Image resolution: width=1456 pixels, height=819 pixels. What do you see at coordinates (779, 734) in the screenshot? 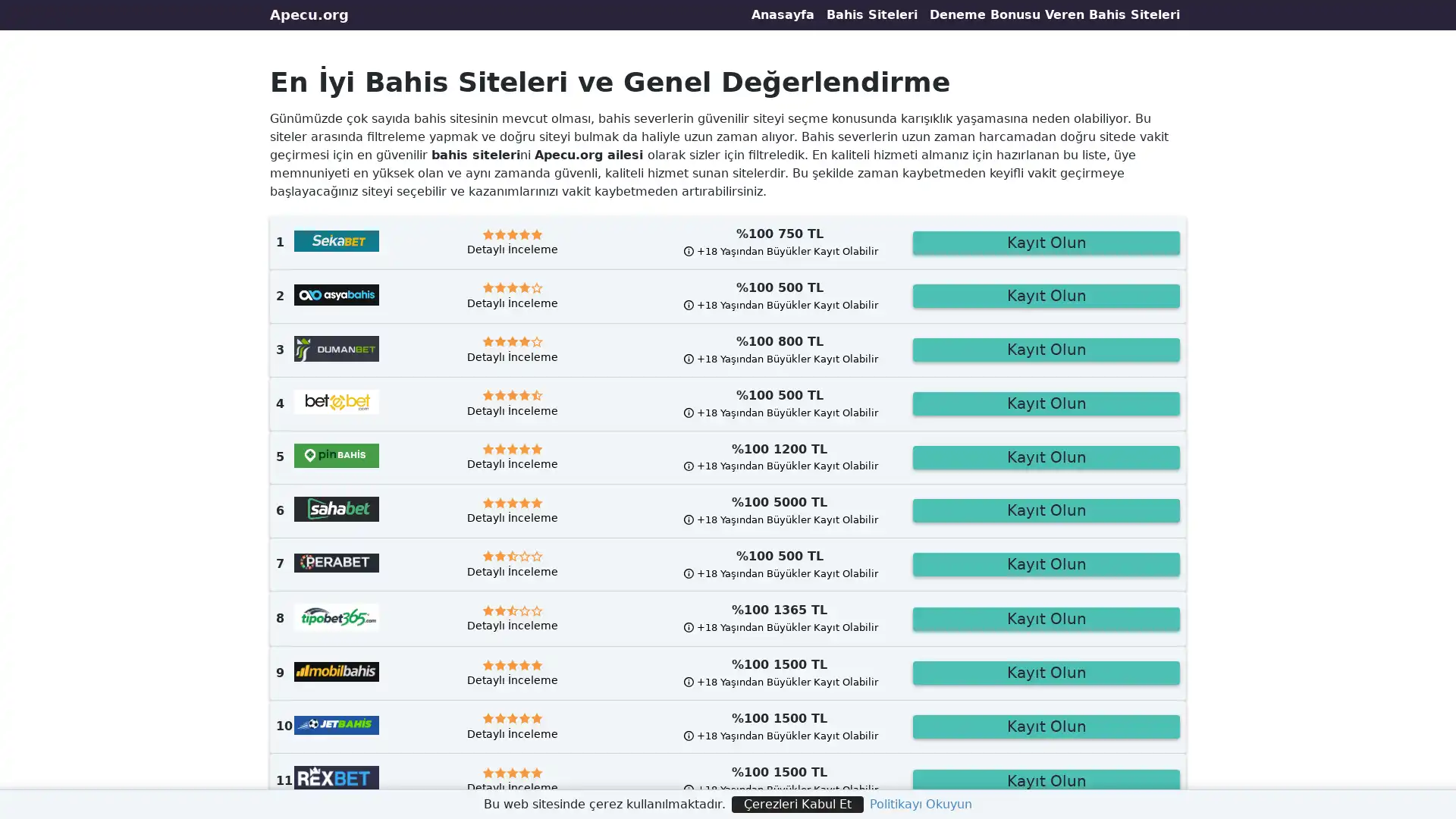
I see `Load terms and conditions` at bounding box center [779, 734].